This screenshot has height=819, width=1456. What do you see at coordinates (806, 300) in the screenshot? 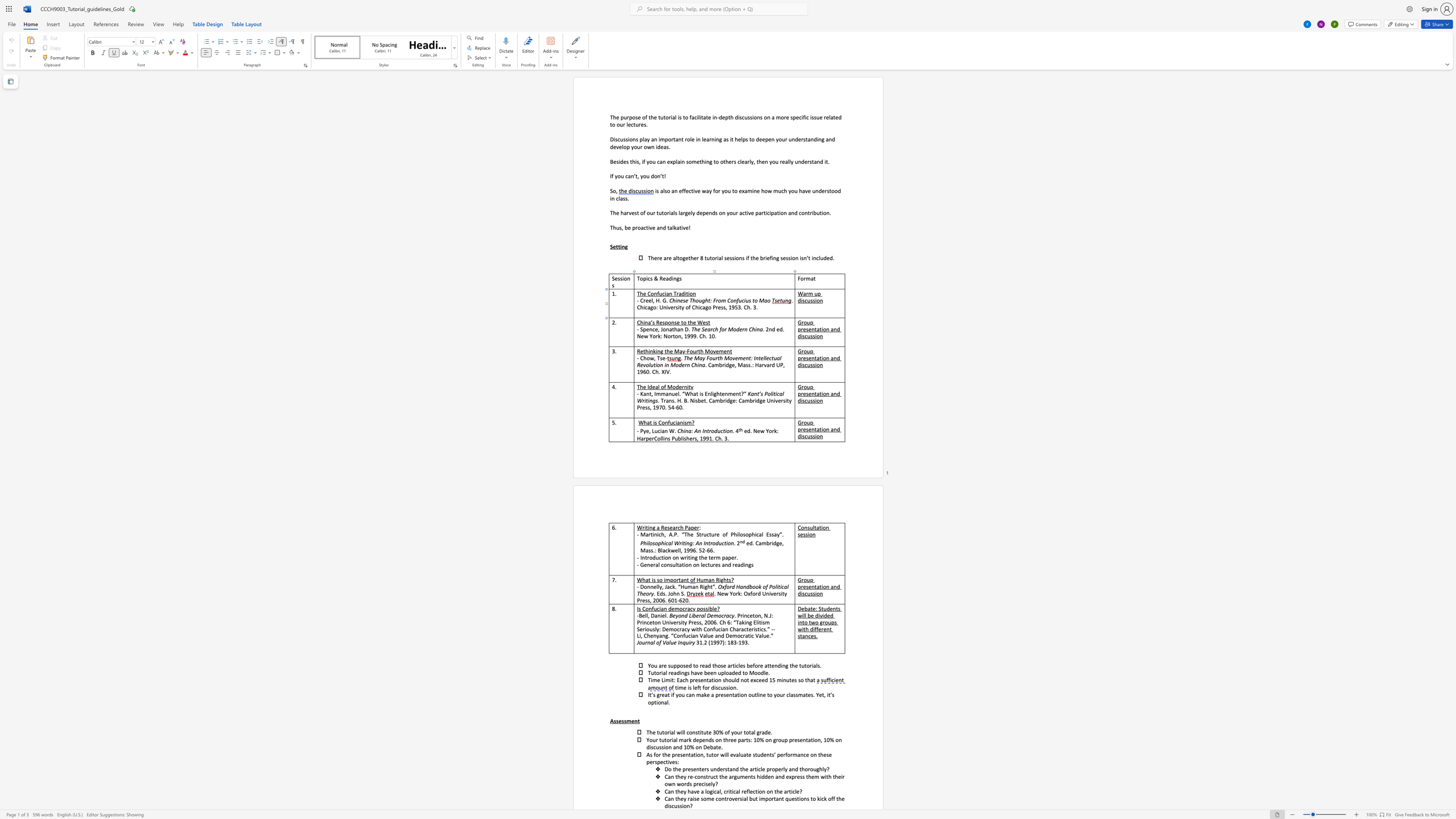
I see `the 1th character "c" in the text` at bounding box center [806, 300].